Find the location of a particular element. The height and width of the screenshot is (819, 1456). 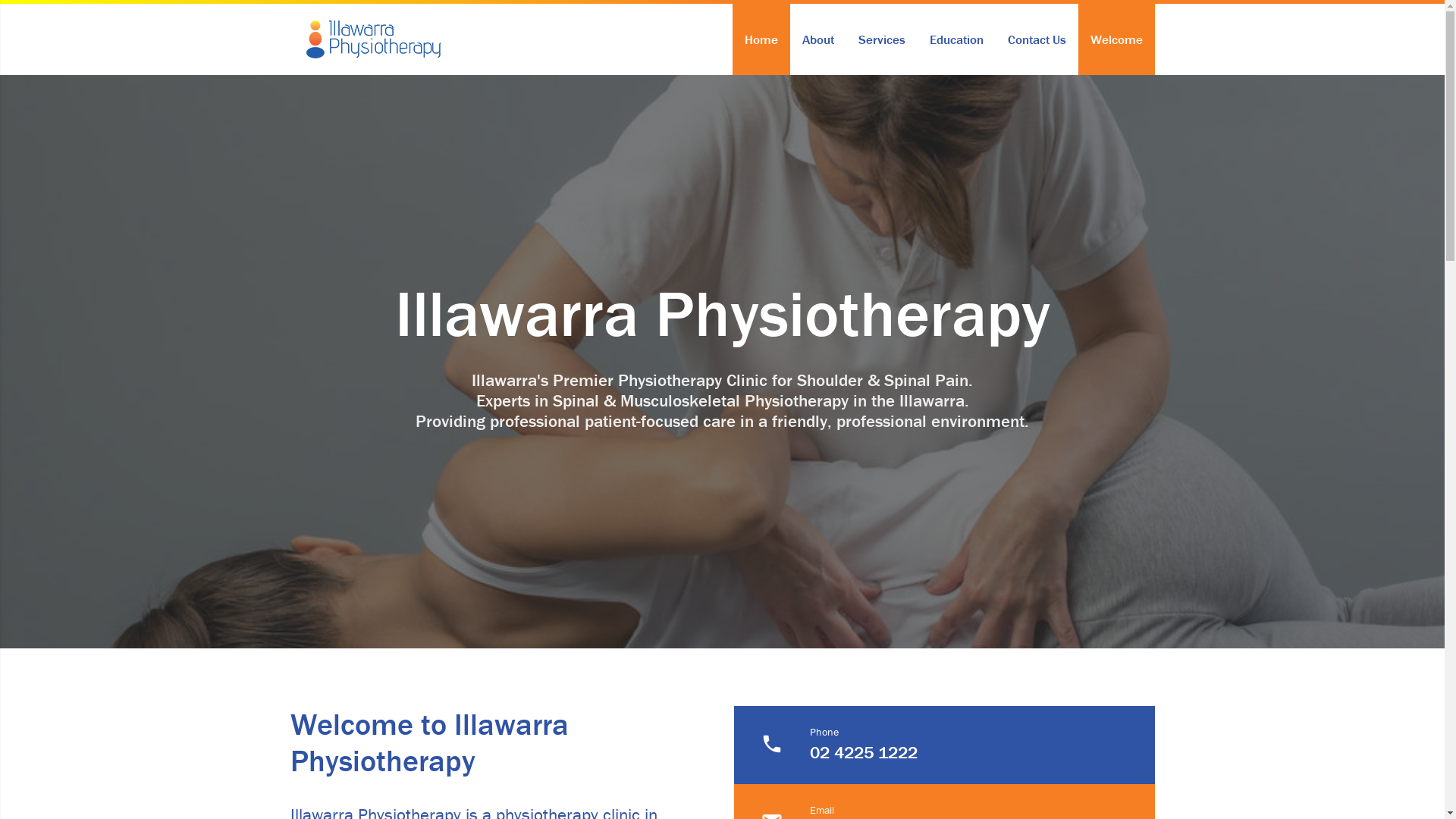

'Contact Us' is located at coordinates (1035, 38).